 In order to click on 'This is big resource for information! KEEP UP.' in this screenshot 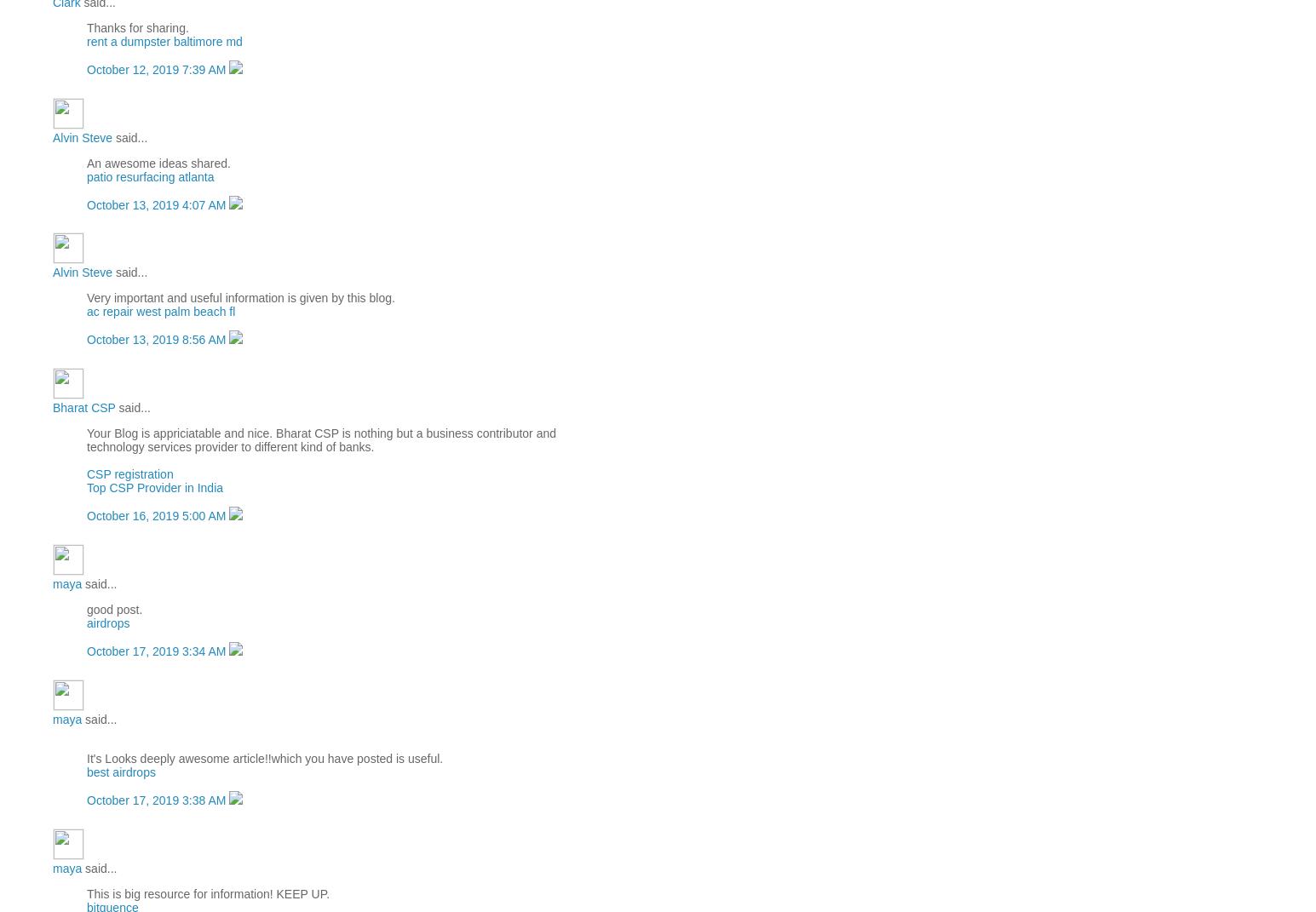, I will do `click(208, 893)`.